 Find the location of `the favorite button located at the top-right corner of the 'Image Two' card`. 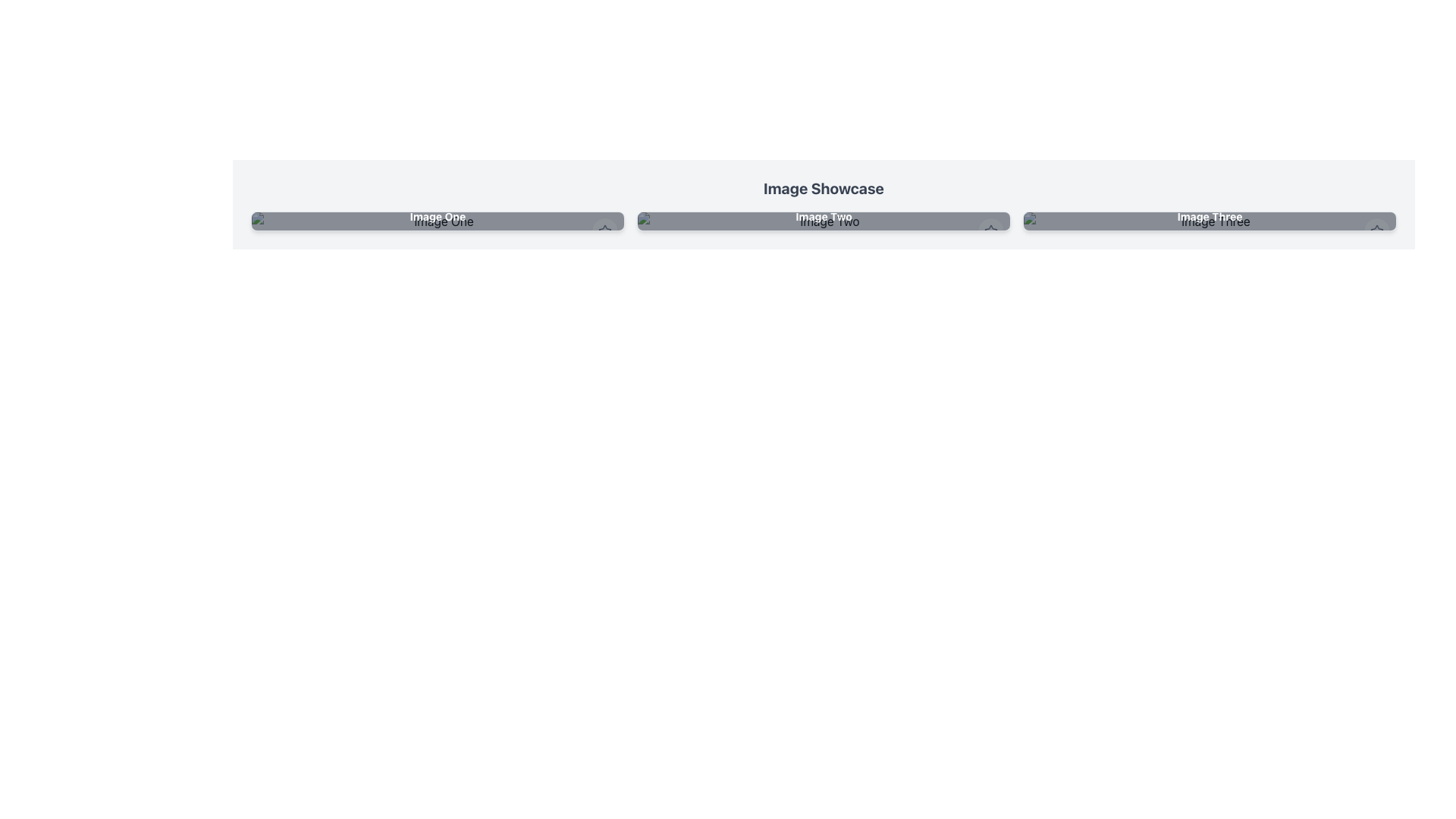

the favorite button located at the top-right corner of the 'Image Two' card is located at coordinates (990, 231).